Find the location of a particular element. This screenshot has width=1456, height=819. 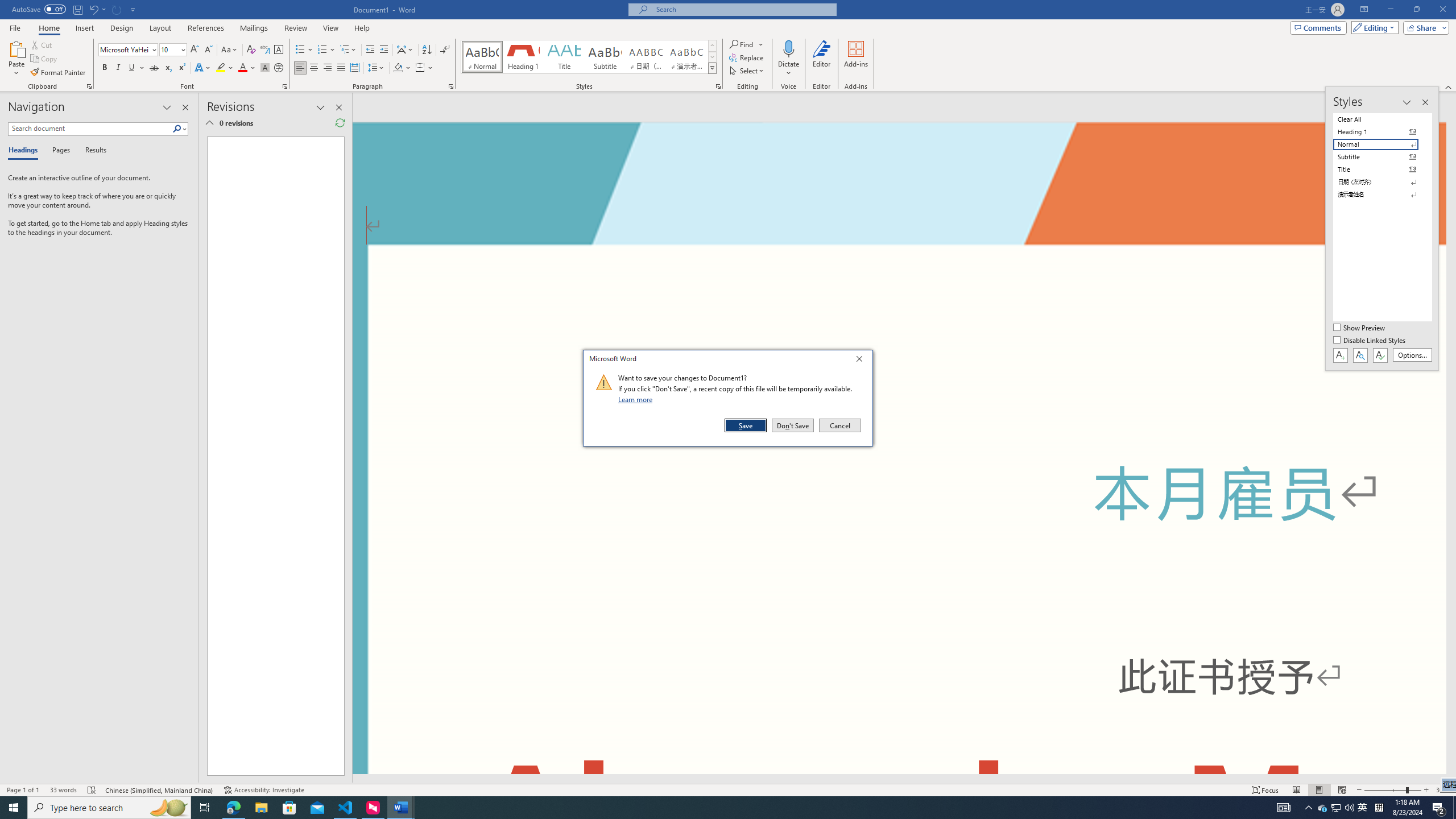

'Justify' is located at coordinates (341, 67).